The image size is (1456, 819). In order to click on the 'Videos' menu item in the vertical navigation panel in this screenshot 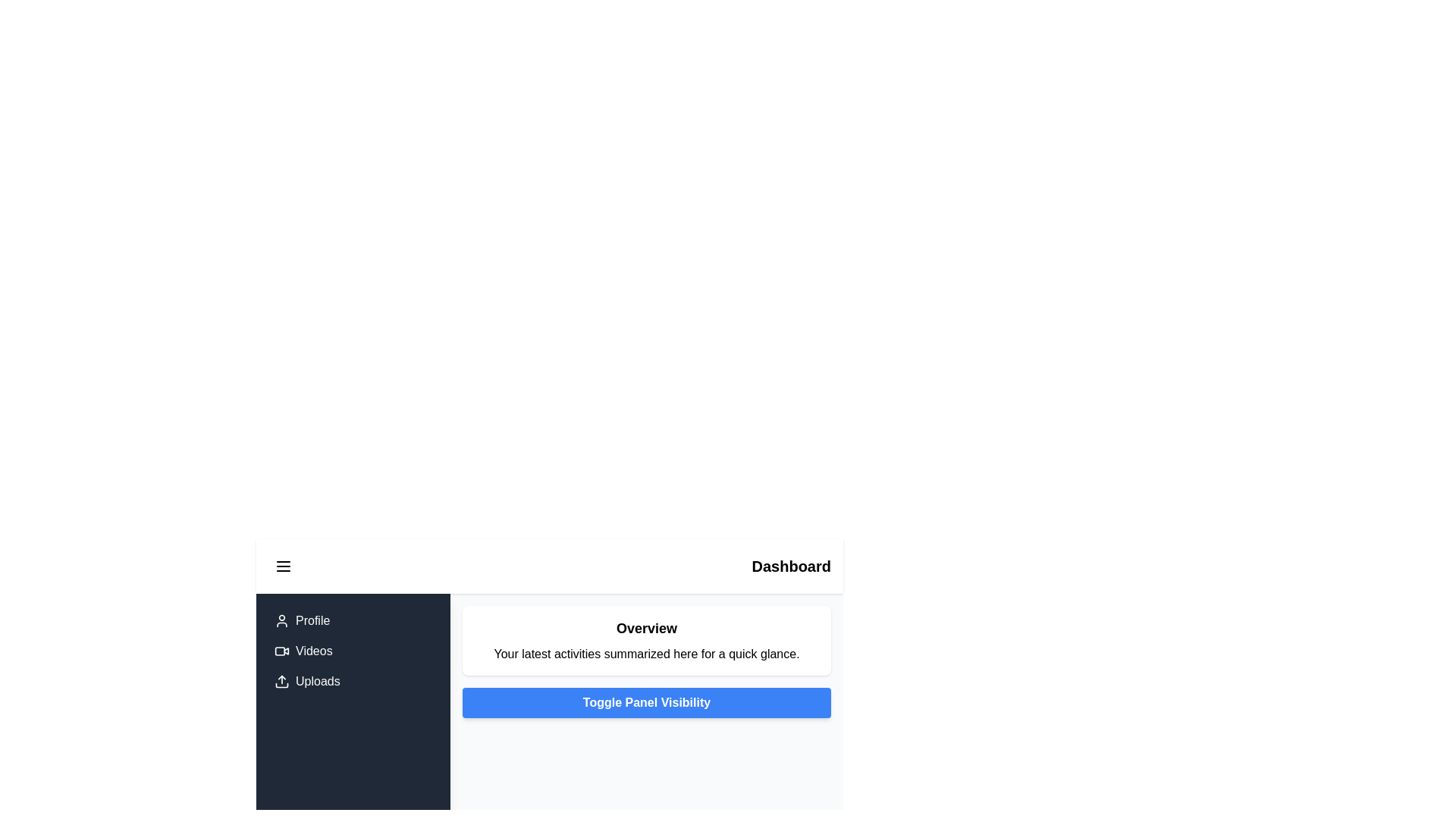, I will do `click(352, 651)`.